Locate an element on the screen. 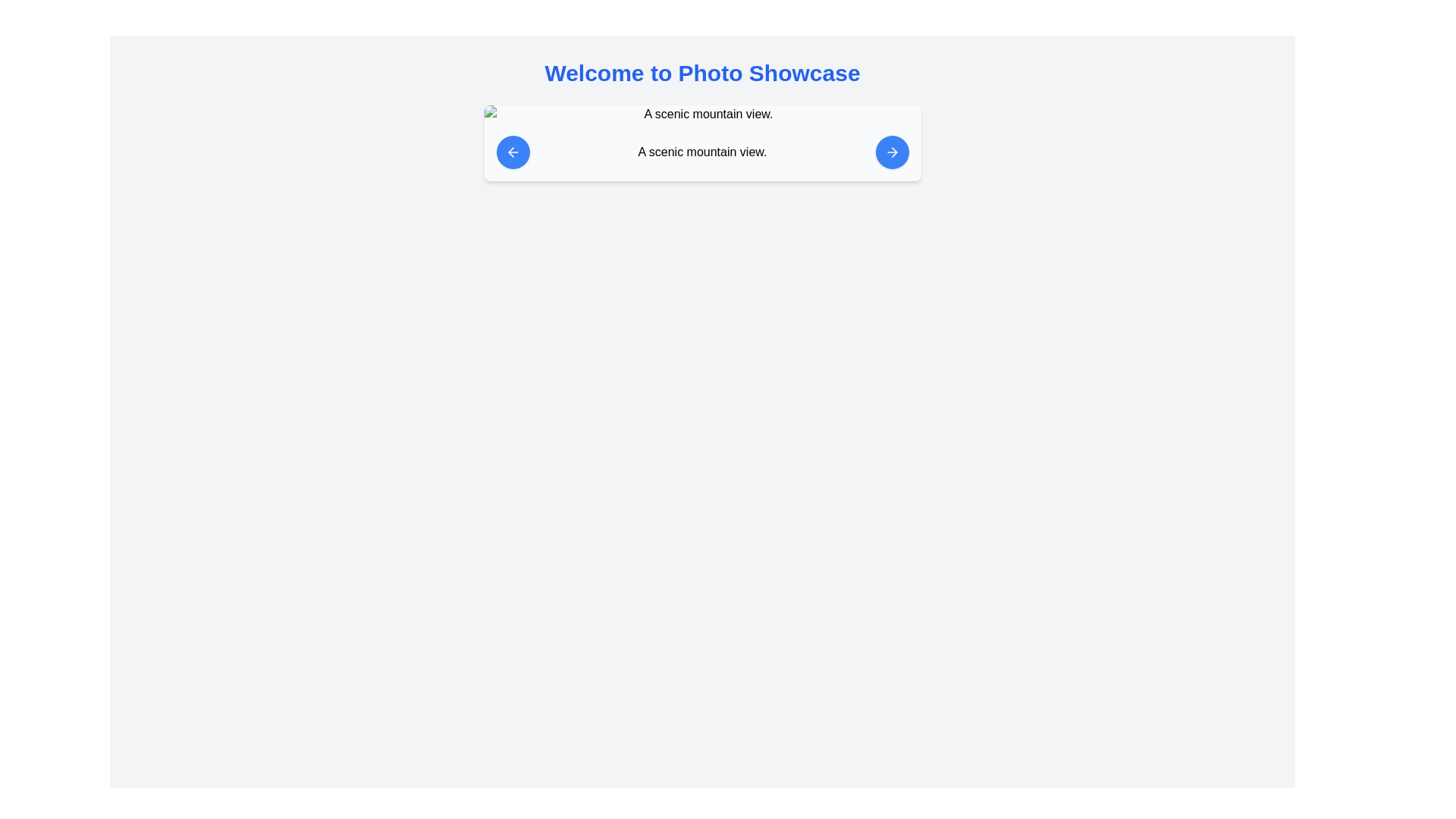  the leftward-pointing arrow icon within the circular button is located at coordinates (510, 152).